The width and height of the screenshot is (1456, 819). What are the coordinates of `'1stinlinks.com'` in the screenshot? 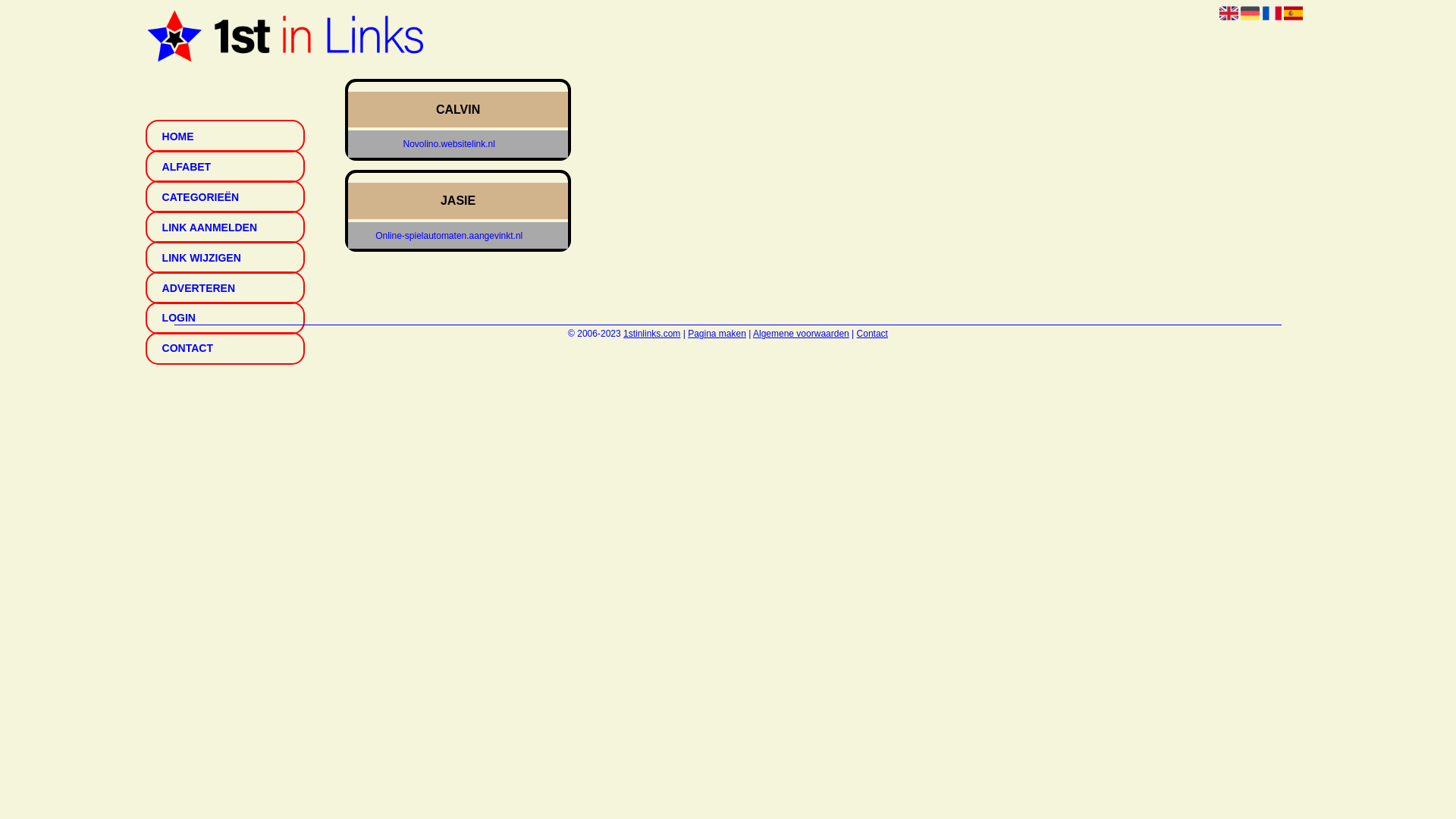 It's located at (623, 332).